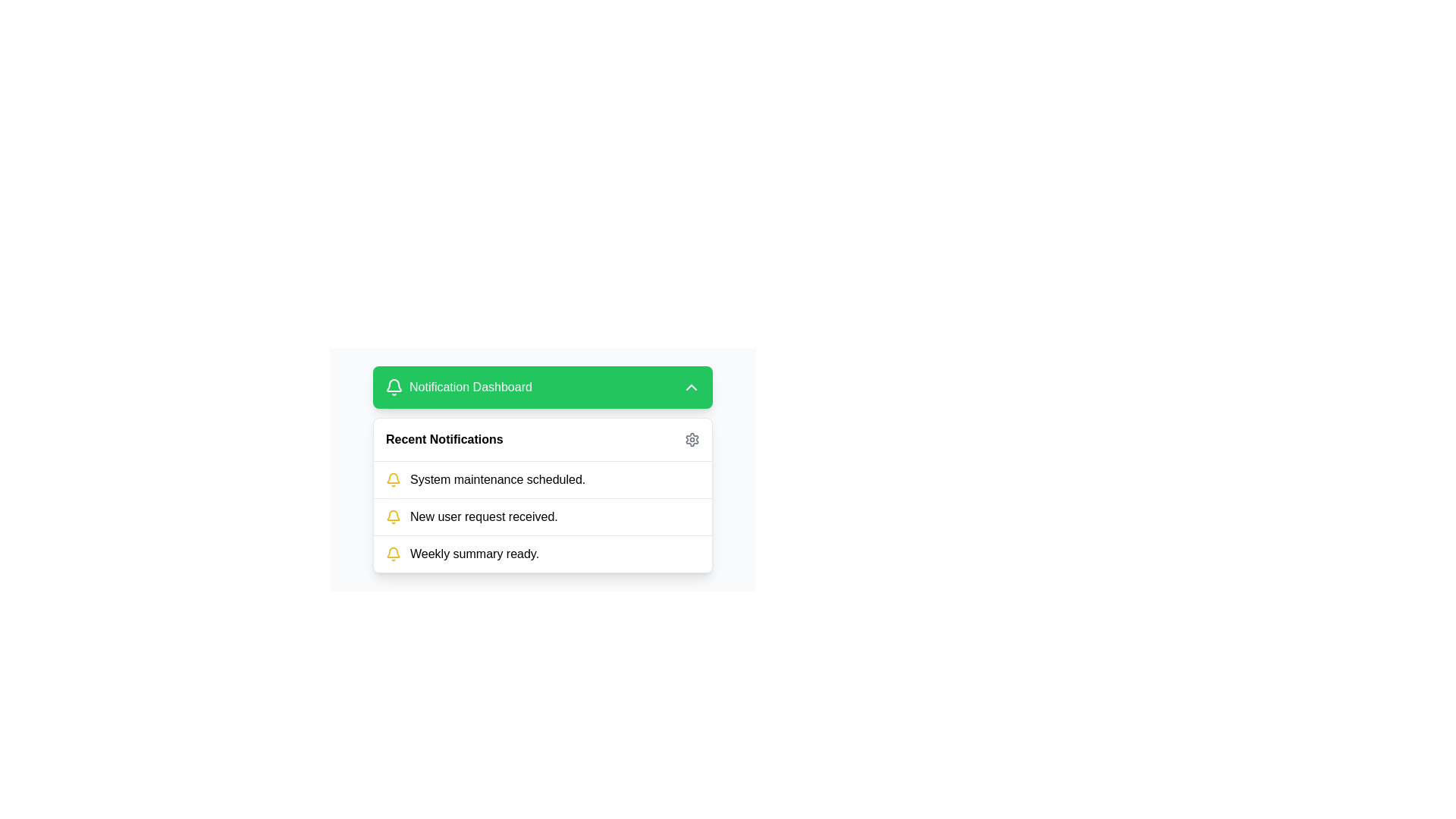  I want to click on the gear icon in the 'Recent Notifications' header, so click(691, 439).